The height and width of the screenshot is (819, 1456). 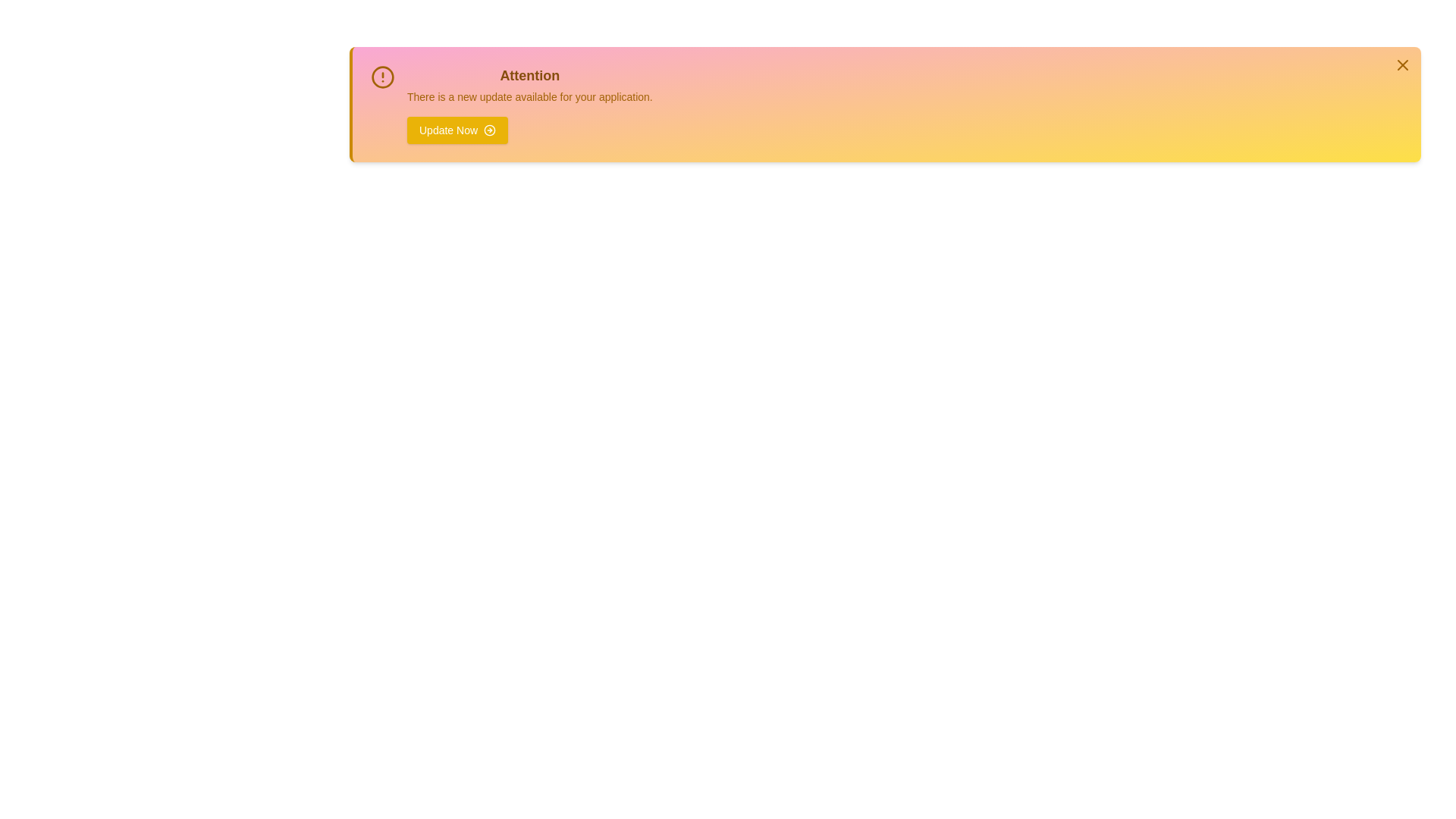 What do you see at coordinates (1401, 64) in the screenshot?
I see `the close button of the notification alert to dismiss it` at bounding box center [1401, 64].